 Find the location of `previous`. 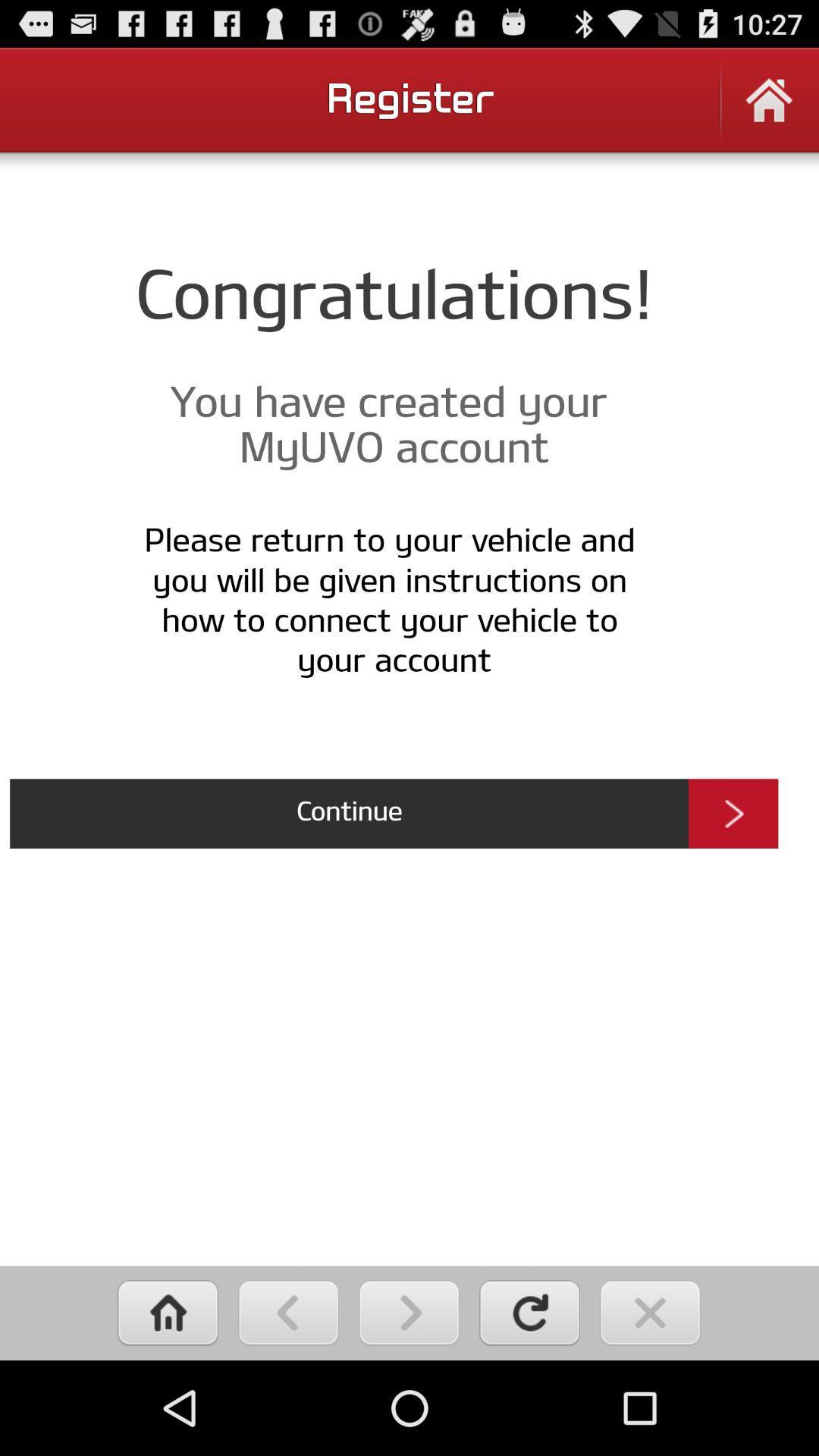

previous is located at coordinates (288, 1312).